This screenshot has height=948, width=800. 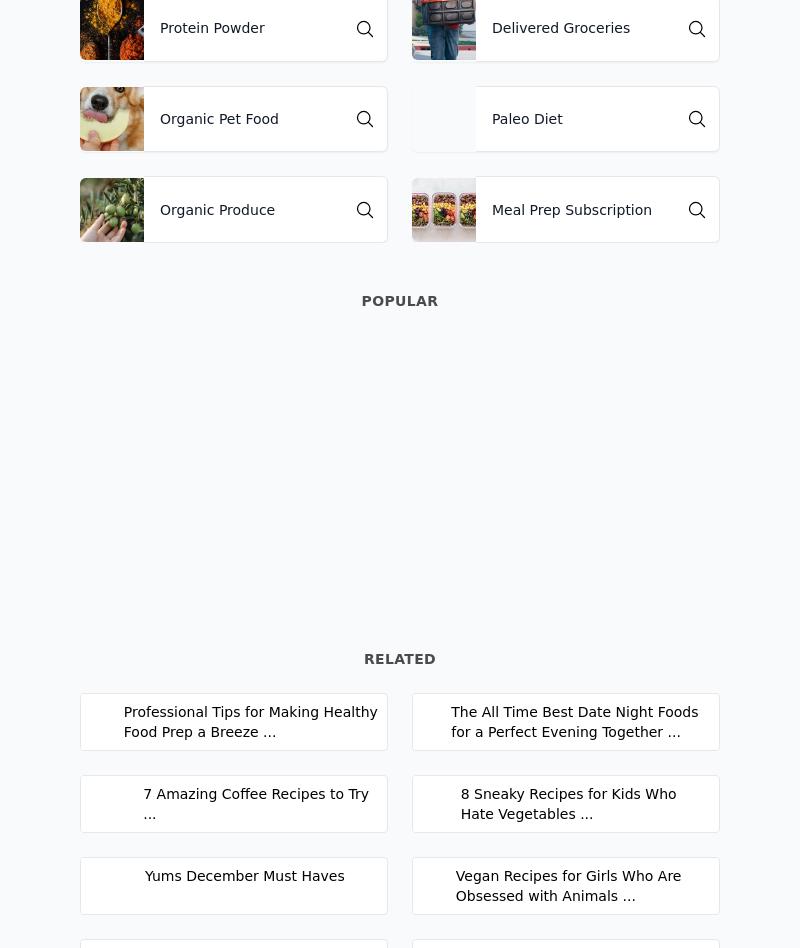 I want to click on 'Protein Powder', so click(x=212, y=27).